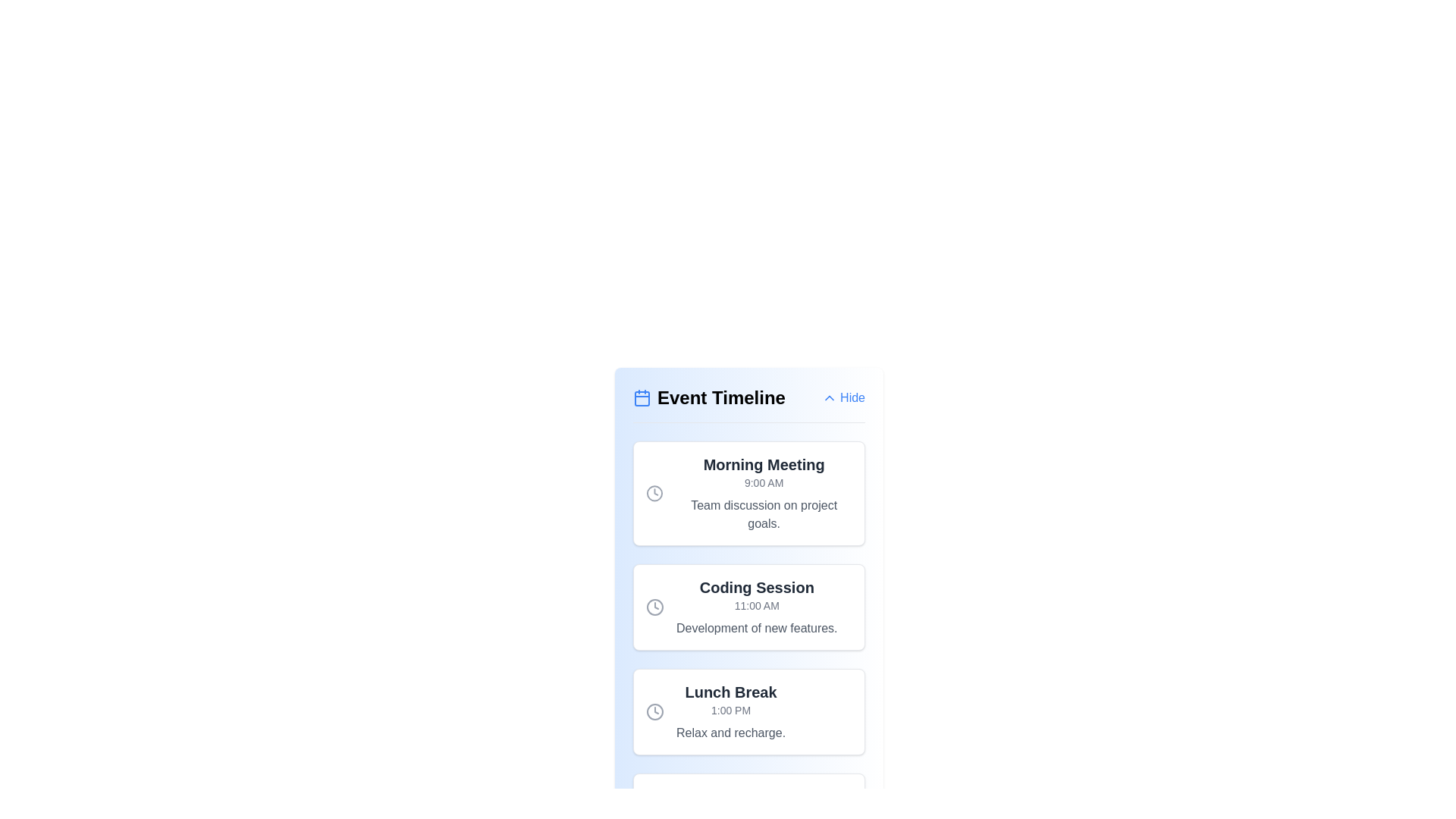  Describe the element at coordinates (708, 397) in the screenshot. I see `the 'Event Timeline' text label, which is a bold text element with a calendar icon in blue` at that location.